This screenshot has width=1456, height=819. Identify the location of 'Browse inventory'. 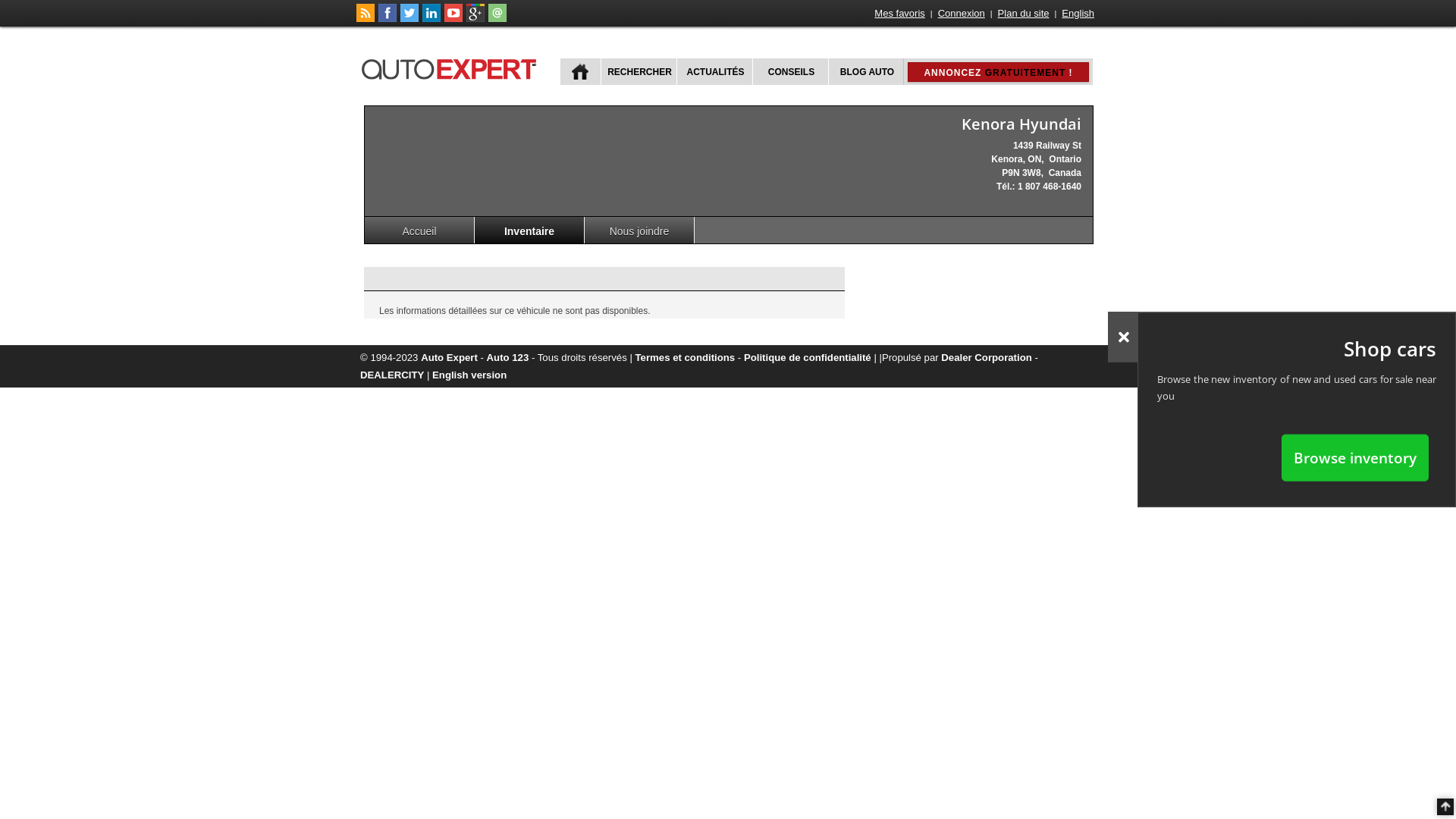
(1354, 457).